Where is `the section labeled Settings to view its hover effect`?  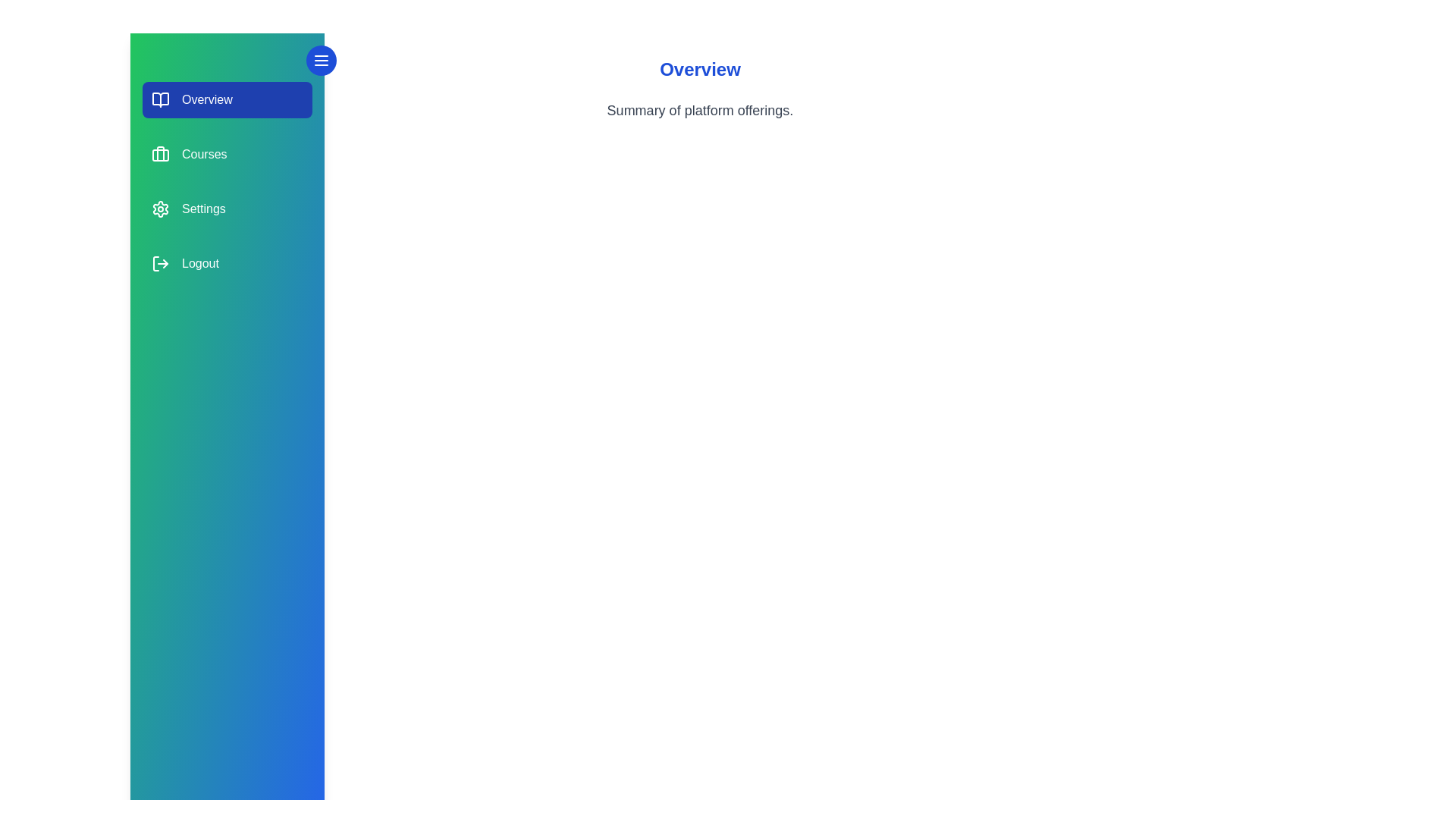 the section labeled Settings to view its hover effect is located at coordinates (226, 209).